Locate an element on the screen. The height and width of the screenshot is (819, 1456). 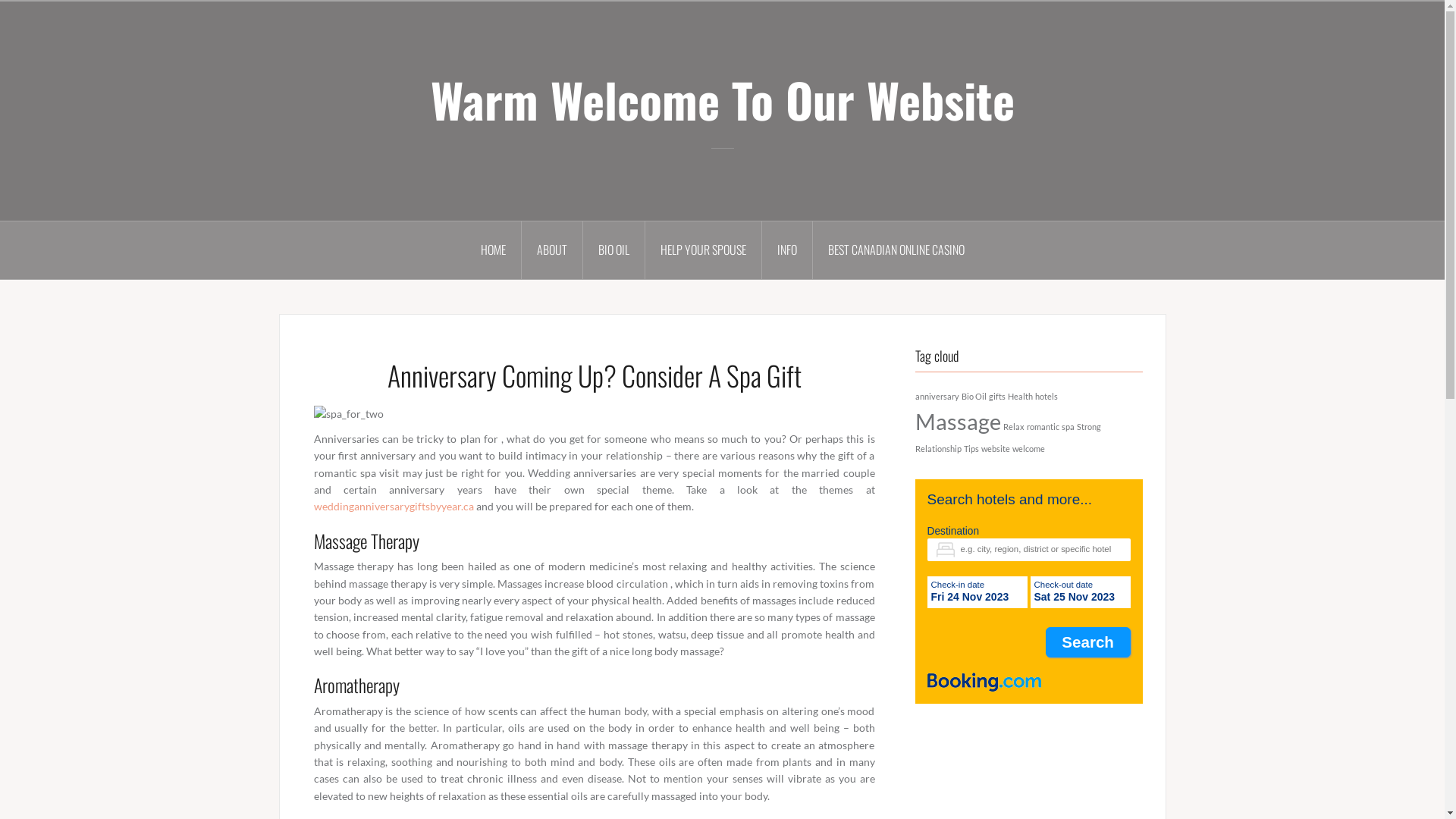
'anniversary' is located at coordinates (913, 395).